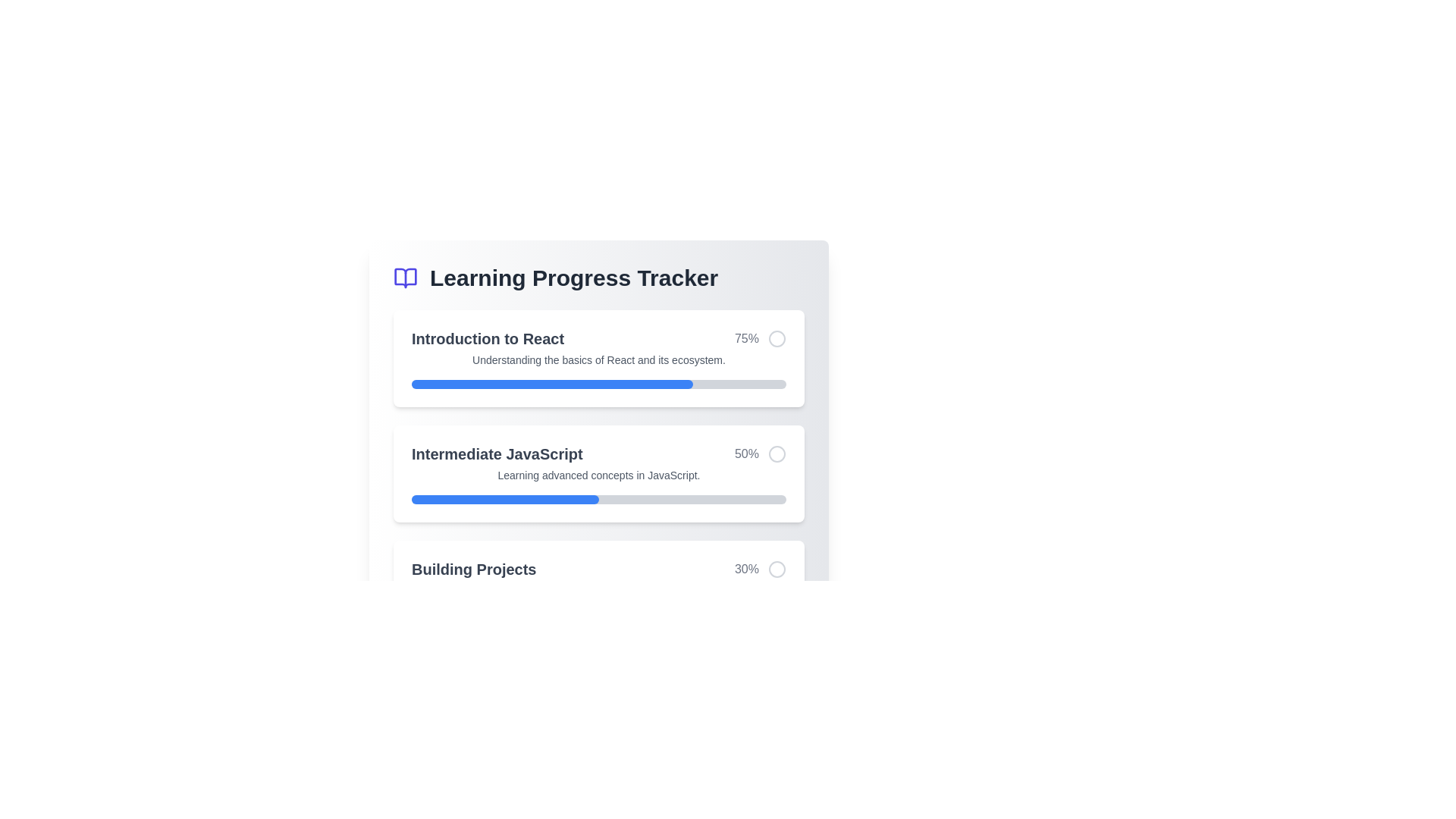  Describe the element at coordinates (598, 500) in the screenshot. I see `on the Progress Bar indicating 50% completion of the 'Intermediate JavaScript' course, located below the text 'Learning advanced concepts in JavaScript'` at that location.